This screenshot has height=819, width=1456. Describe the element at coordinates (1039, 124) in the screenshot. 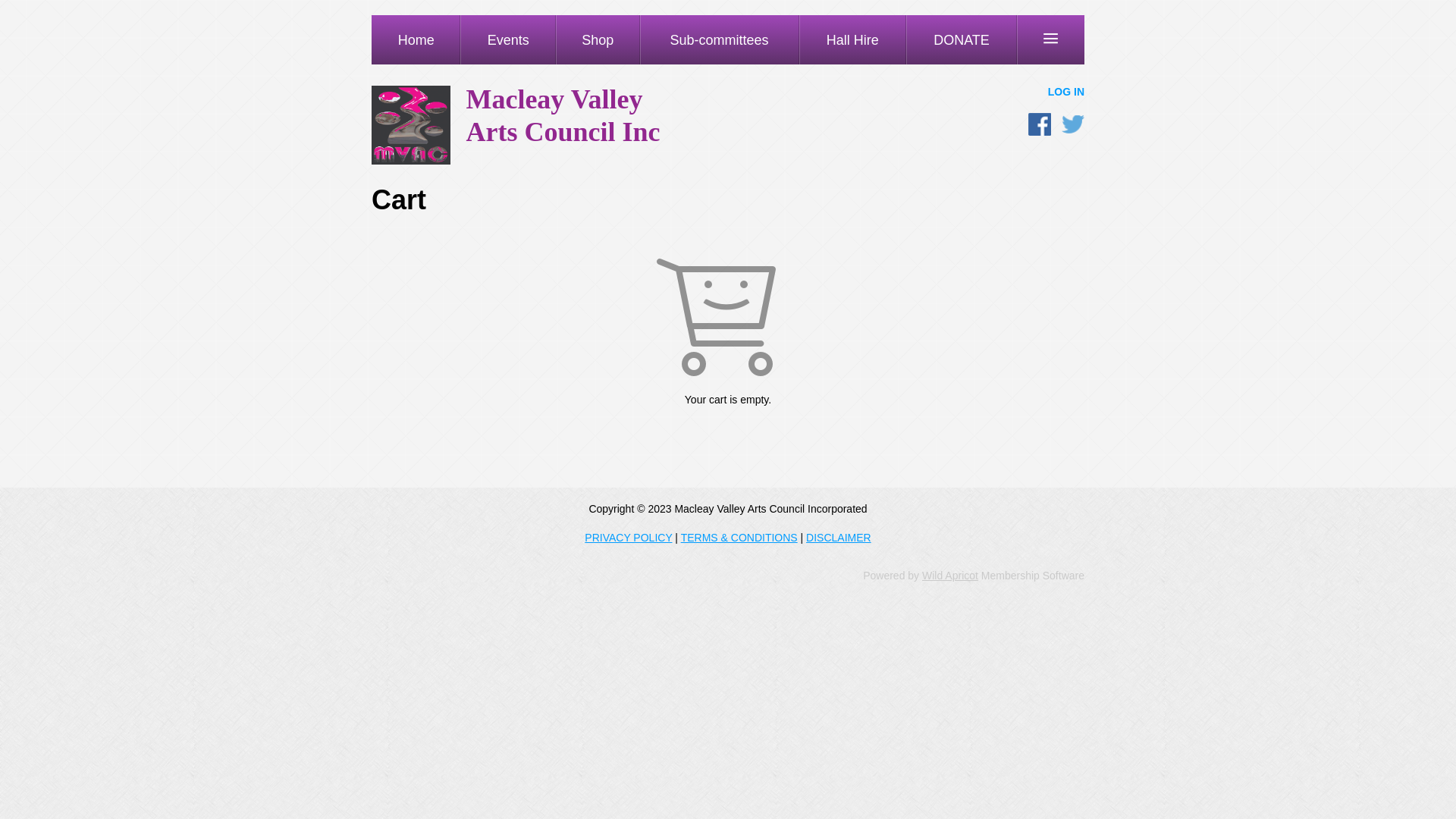

I see `'Facebook'` at that location.